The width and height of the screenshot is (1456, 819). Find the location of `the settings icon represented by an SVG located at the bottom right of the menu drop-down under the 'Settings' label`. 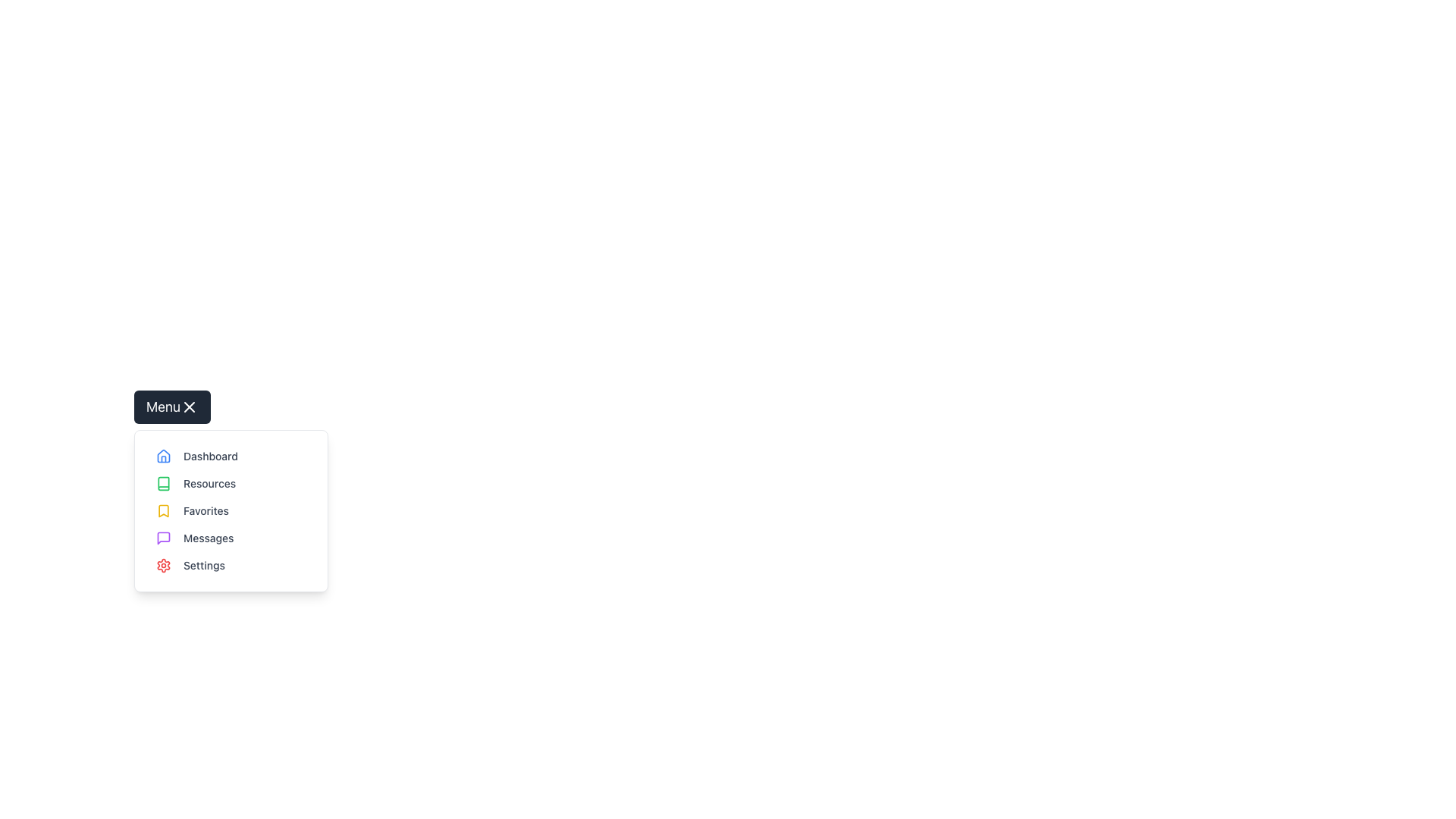

the settings icon represented by an SVG located at the bottom right of the menu drop-down under the 'Settings' label is located at coordinates (164, 565).